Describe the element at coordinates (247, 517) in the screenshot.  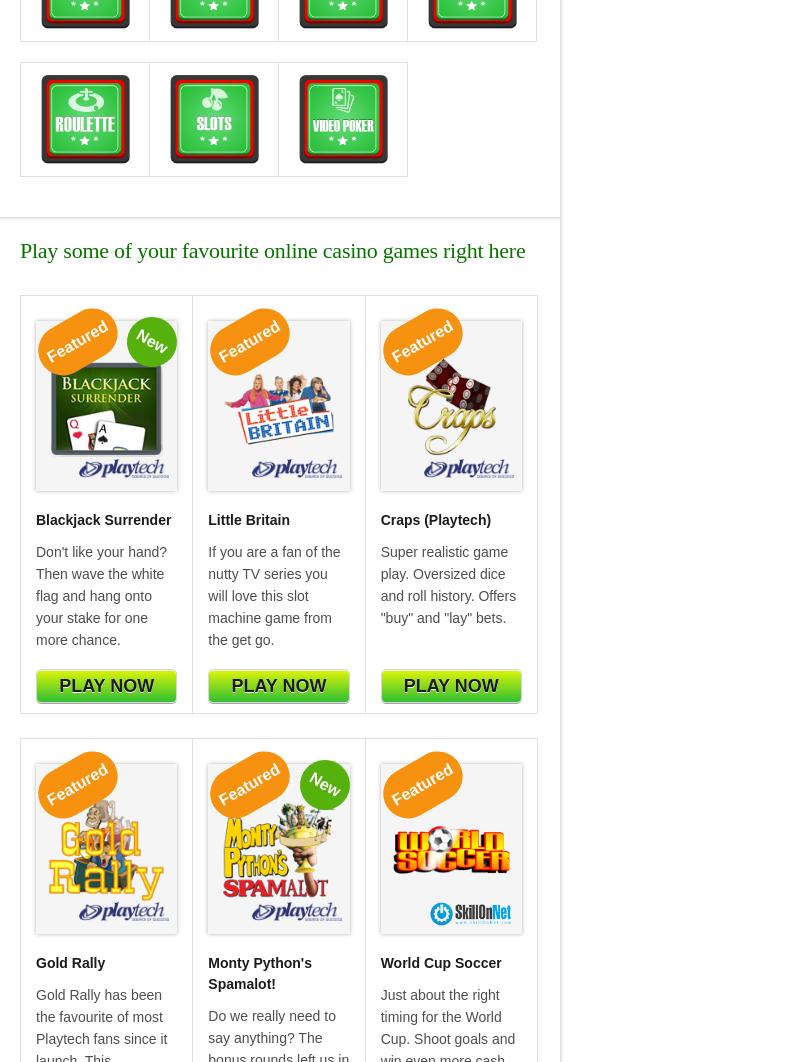
I see `'Little Britain'` at that location.